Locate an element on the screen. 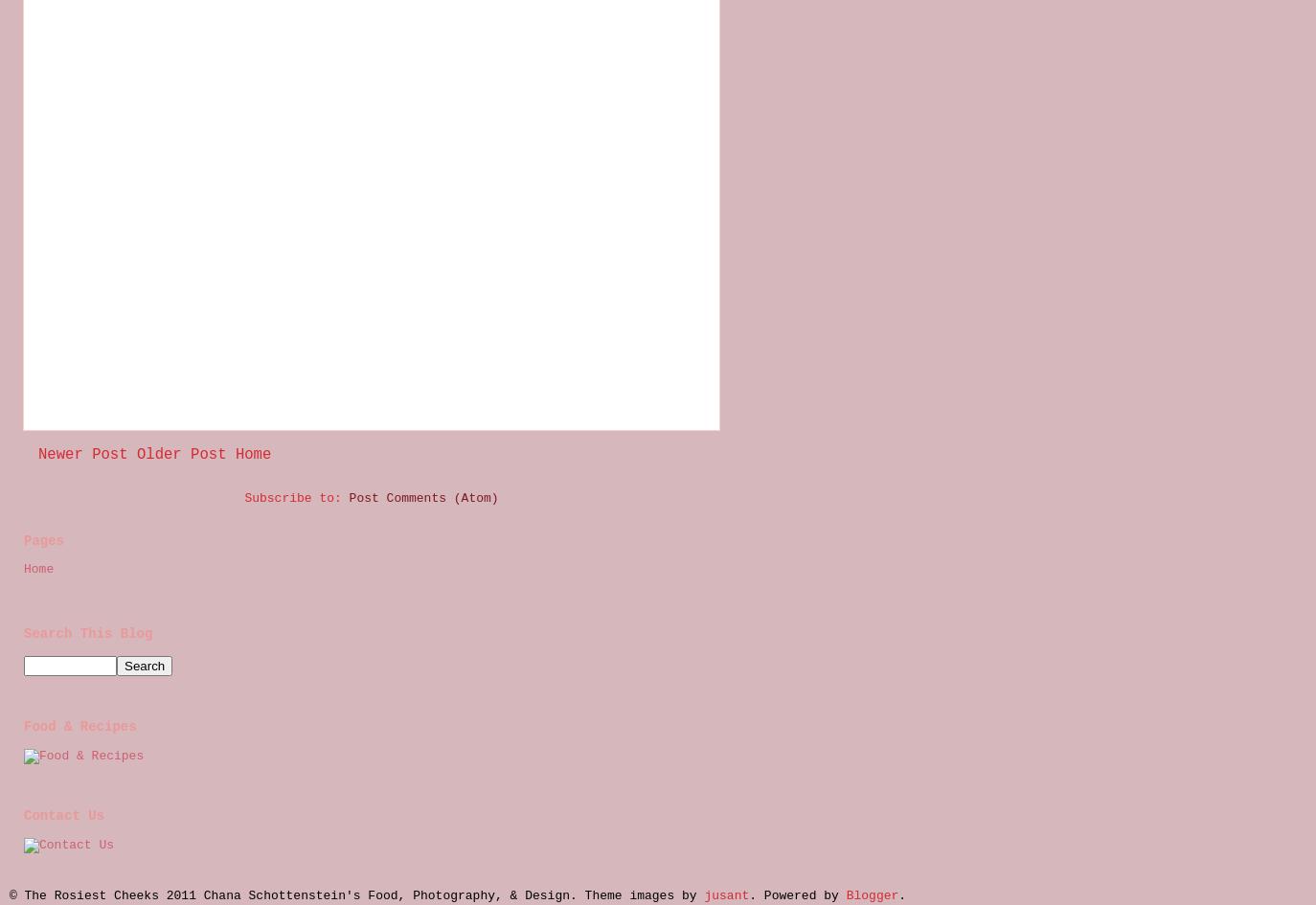  '. Powered by' is located at coordinates (747, 894).